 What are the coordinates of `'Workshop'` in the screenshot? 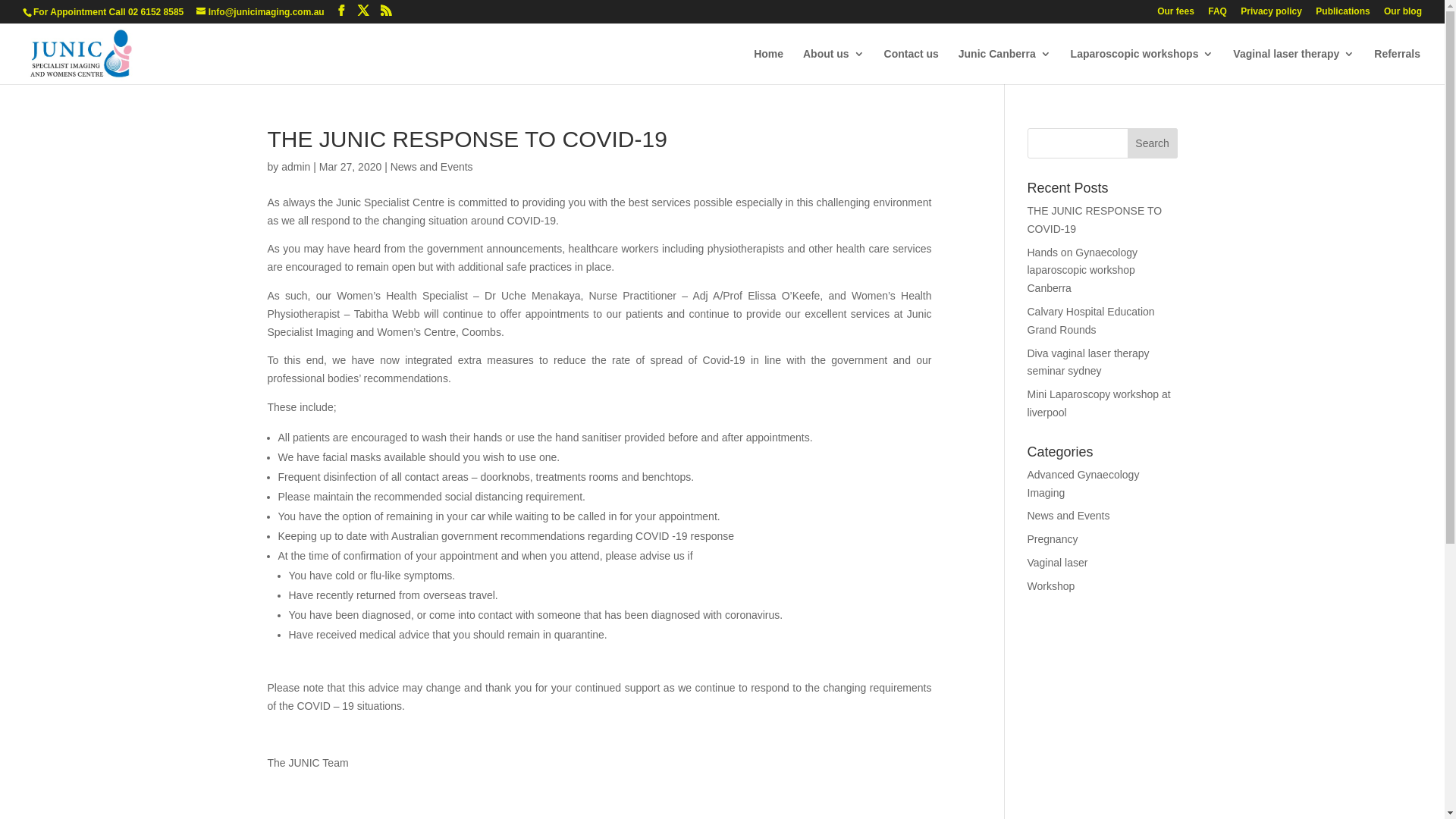 It's located at (1050, 585).